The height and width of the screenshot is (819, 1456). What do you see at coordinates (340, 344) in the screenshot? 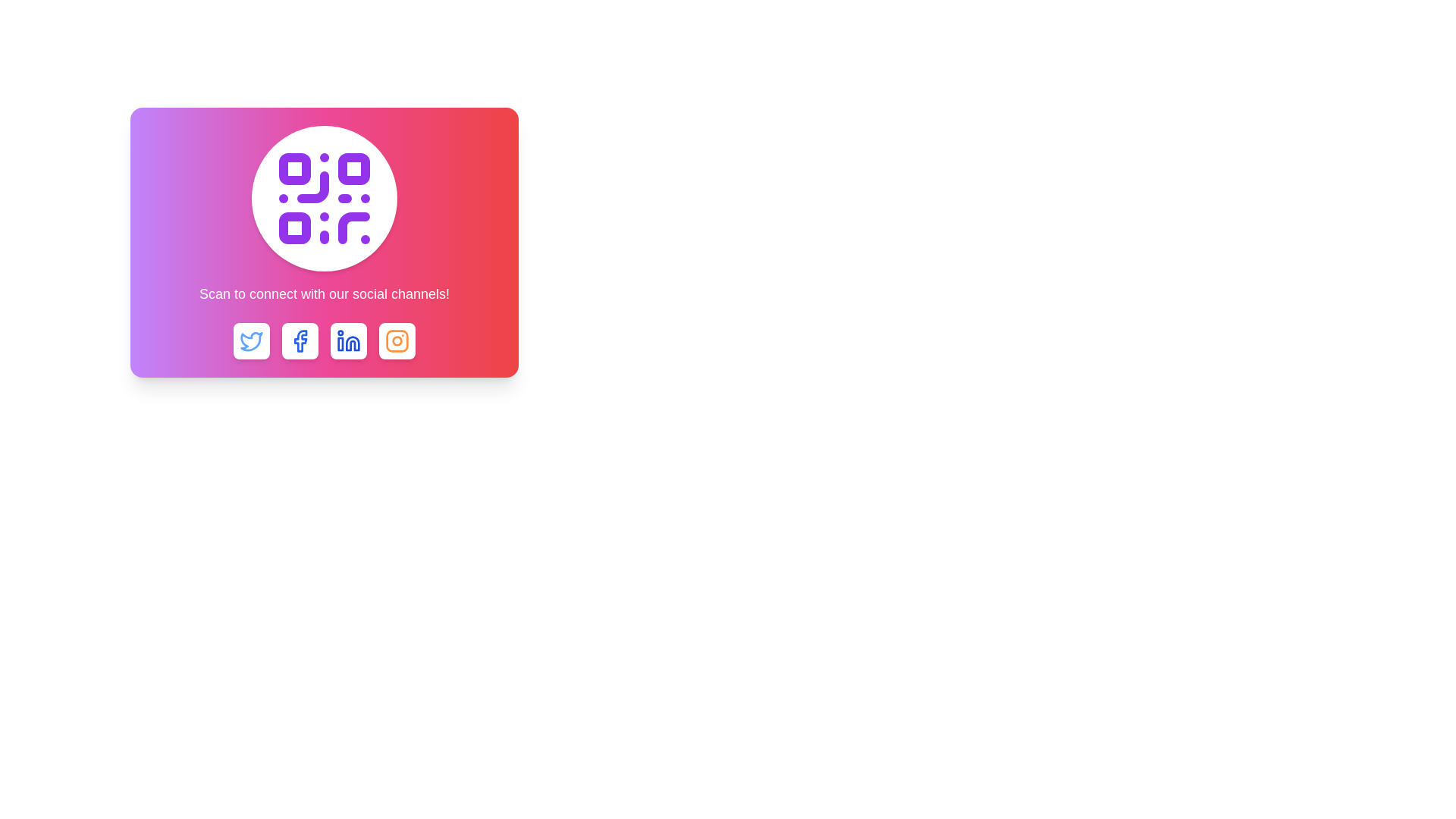
I see `the small vertical rectangle within the LinkedIn icon, which is part of the SVG structure and positioned on the right side of the social media icons row` at bounding box center [340, 344].